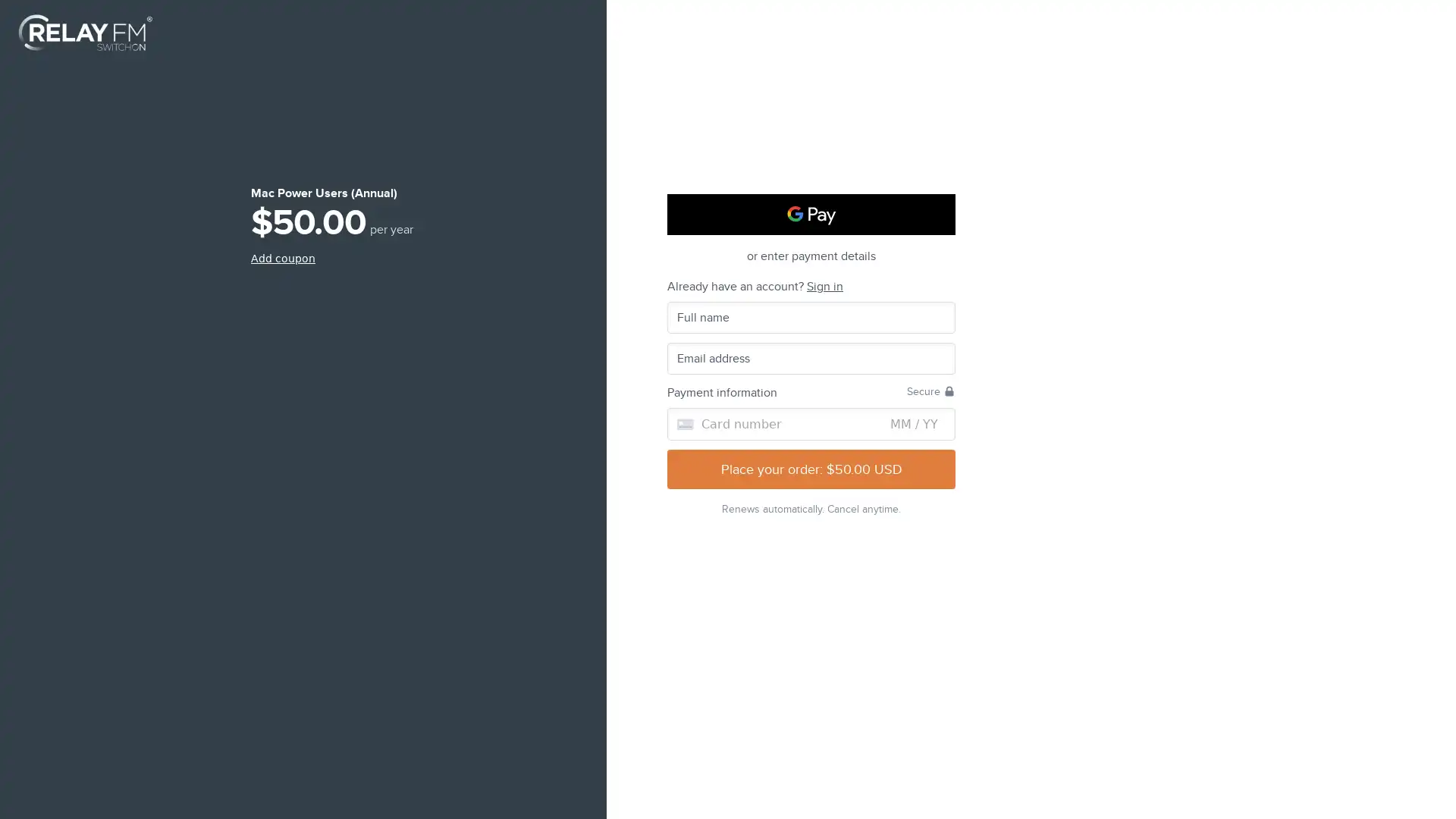 This screenshot has width=1456, height=819. I want to click on Add coupon, so click(283, 257).